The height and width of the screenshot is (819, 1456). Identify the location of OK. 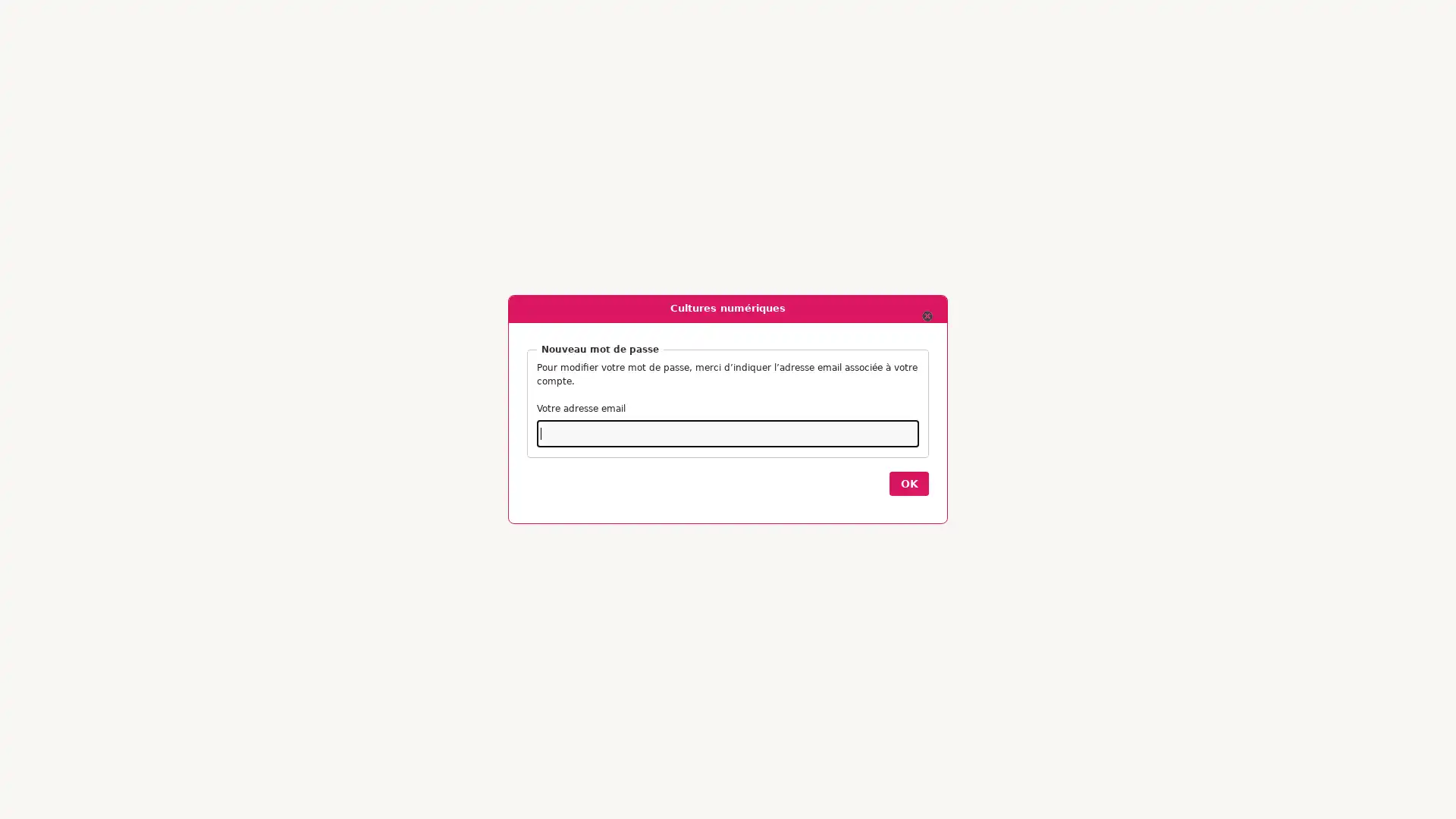
(909, 483).